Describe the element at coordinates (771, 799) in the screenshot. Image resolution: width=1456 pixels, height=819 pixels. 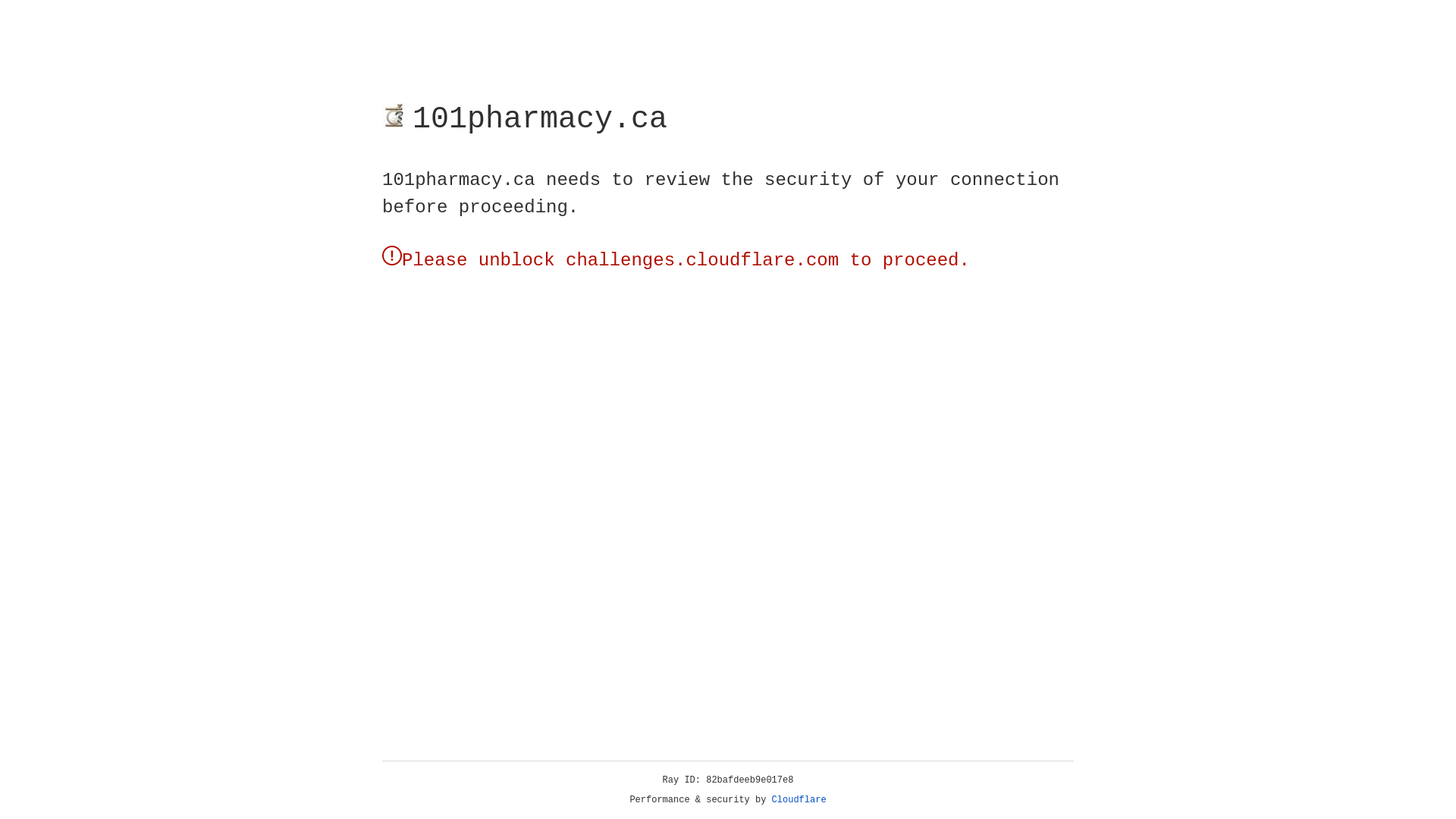
I see `'Cloudflare'` at that location.